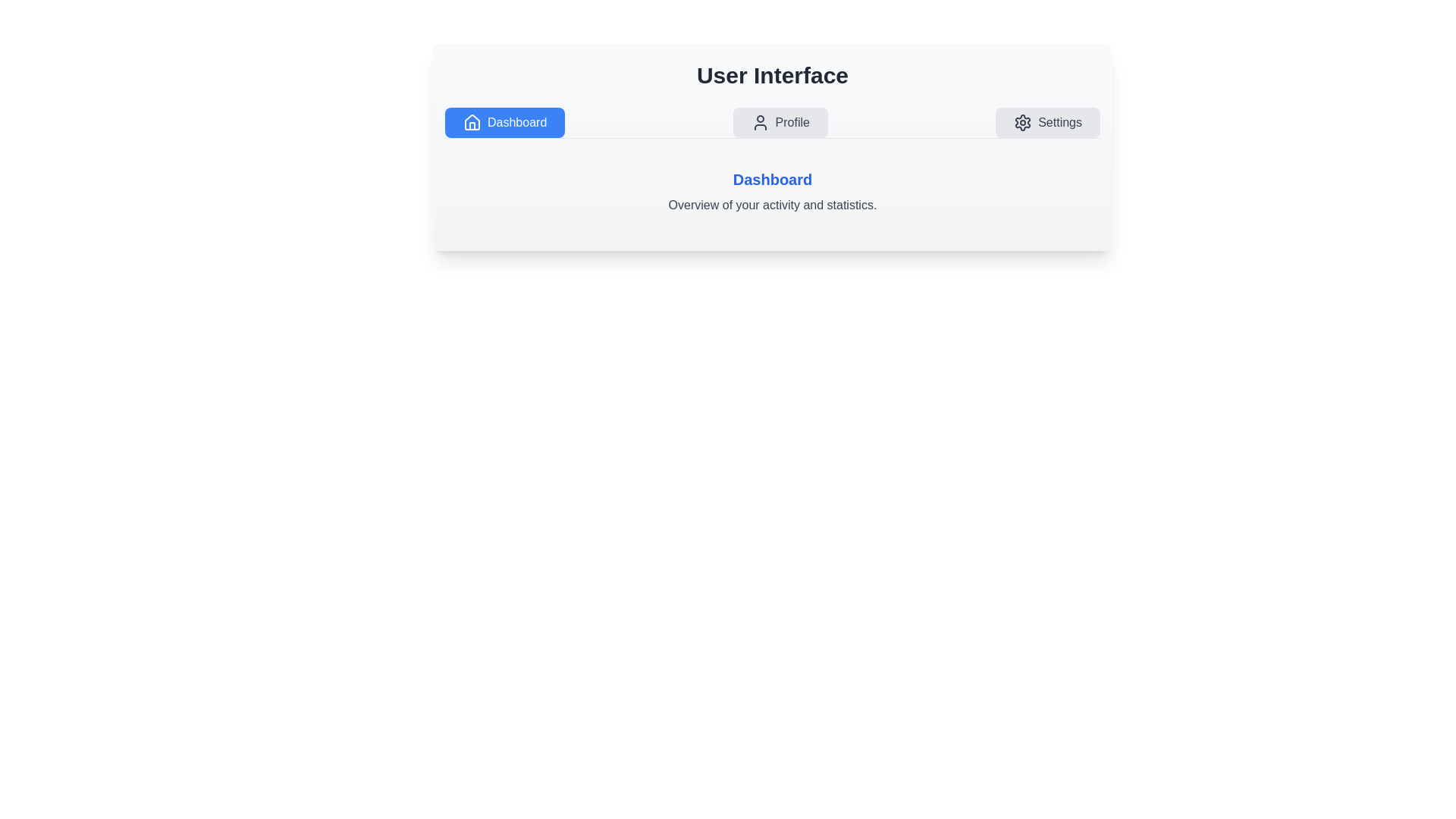  What do you see at coordinates (1047, 122) in the screenshot?
I see `the tab button labeled Settings` at bounding box center [1047, 122].